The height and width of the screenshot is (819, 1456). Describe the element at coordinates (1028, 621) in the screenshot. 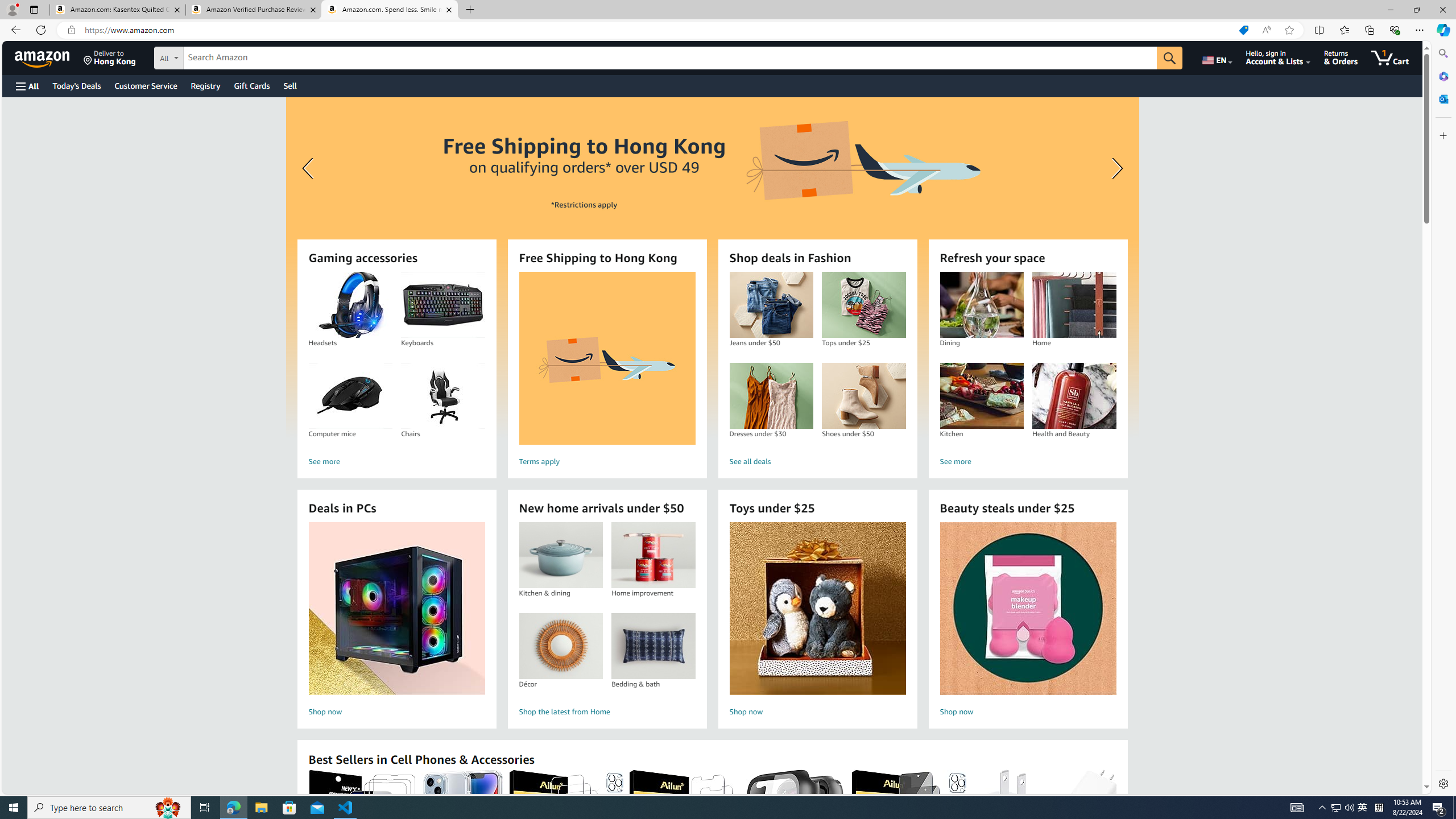

I see `'Beauty steals under $25 Shop now'` at that location.